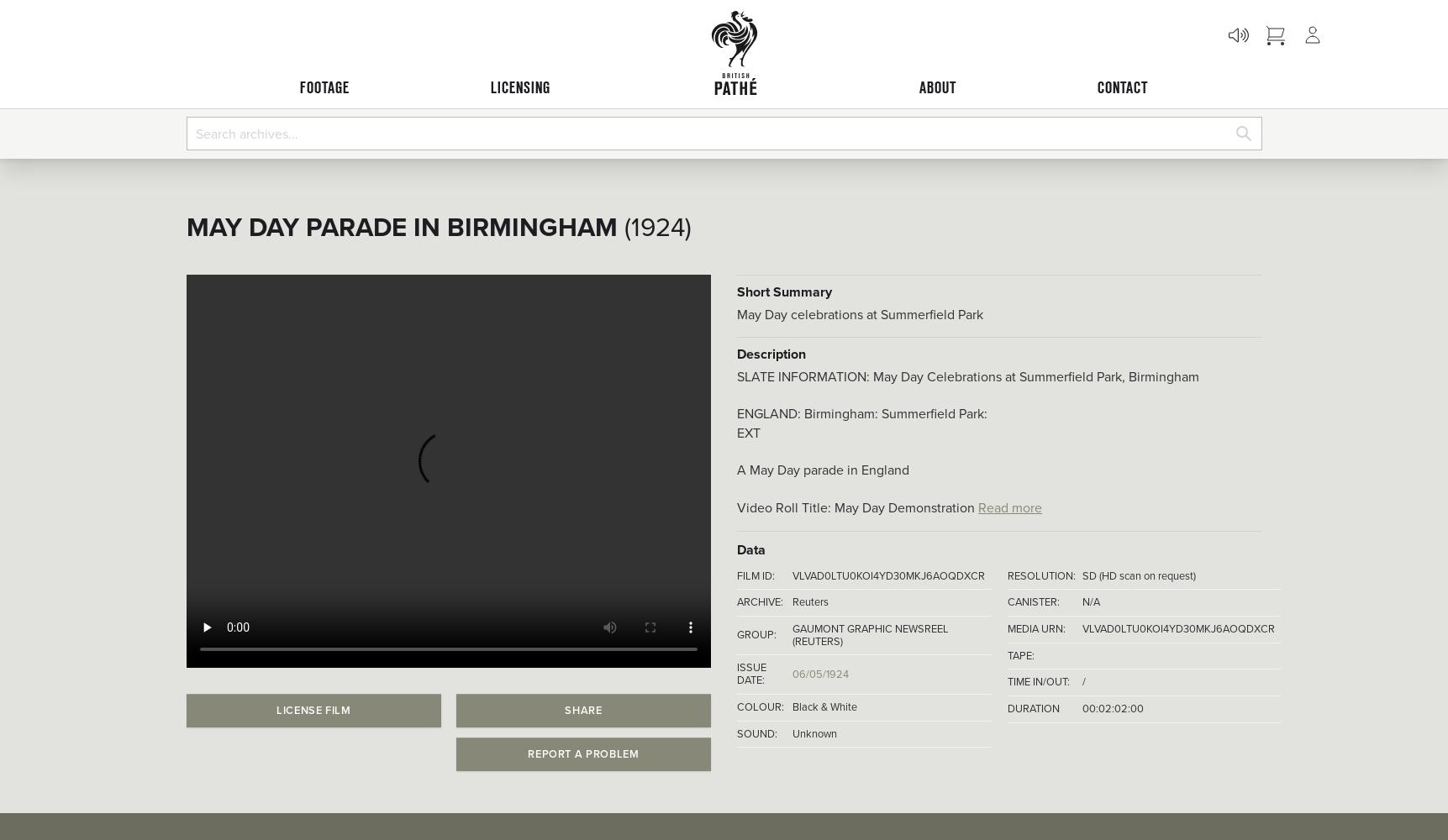 Image resolution: width=1448 pixels, height=840 pixels. I want to click on 'GAUMONT GRAPHIC NEWSREEL (REUTERS)', so click(869, 634).